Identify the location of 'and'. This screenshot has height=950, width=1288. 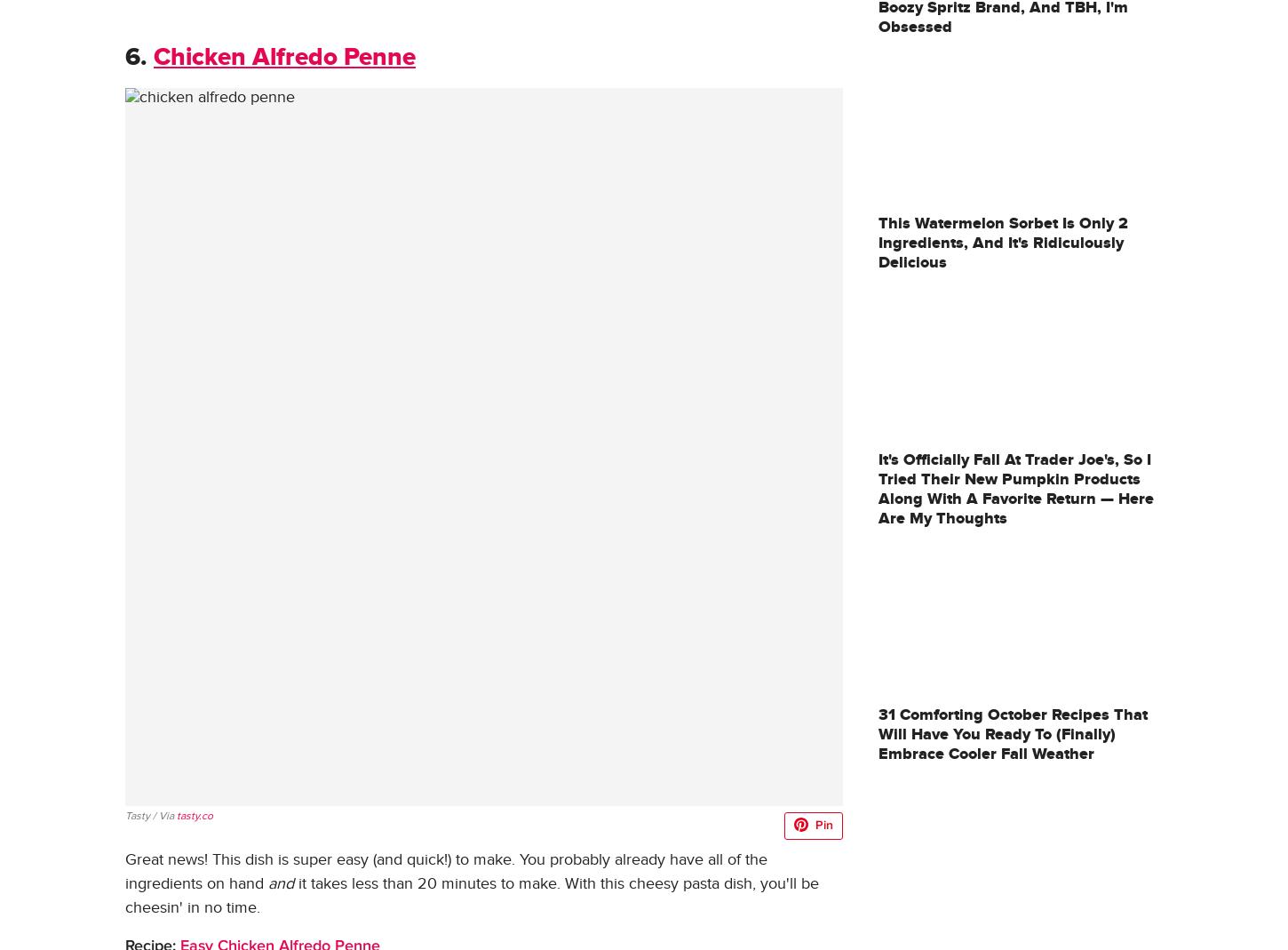
(281, 883).